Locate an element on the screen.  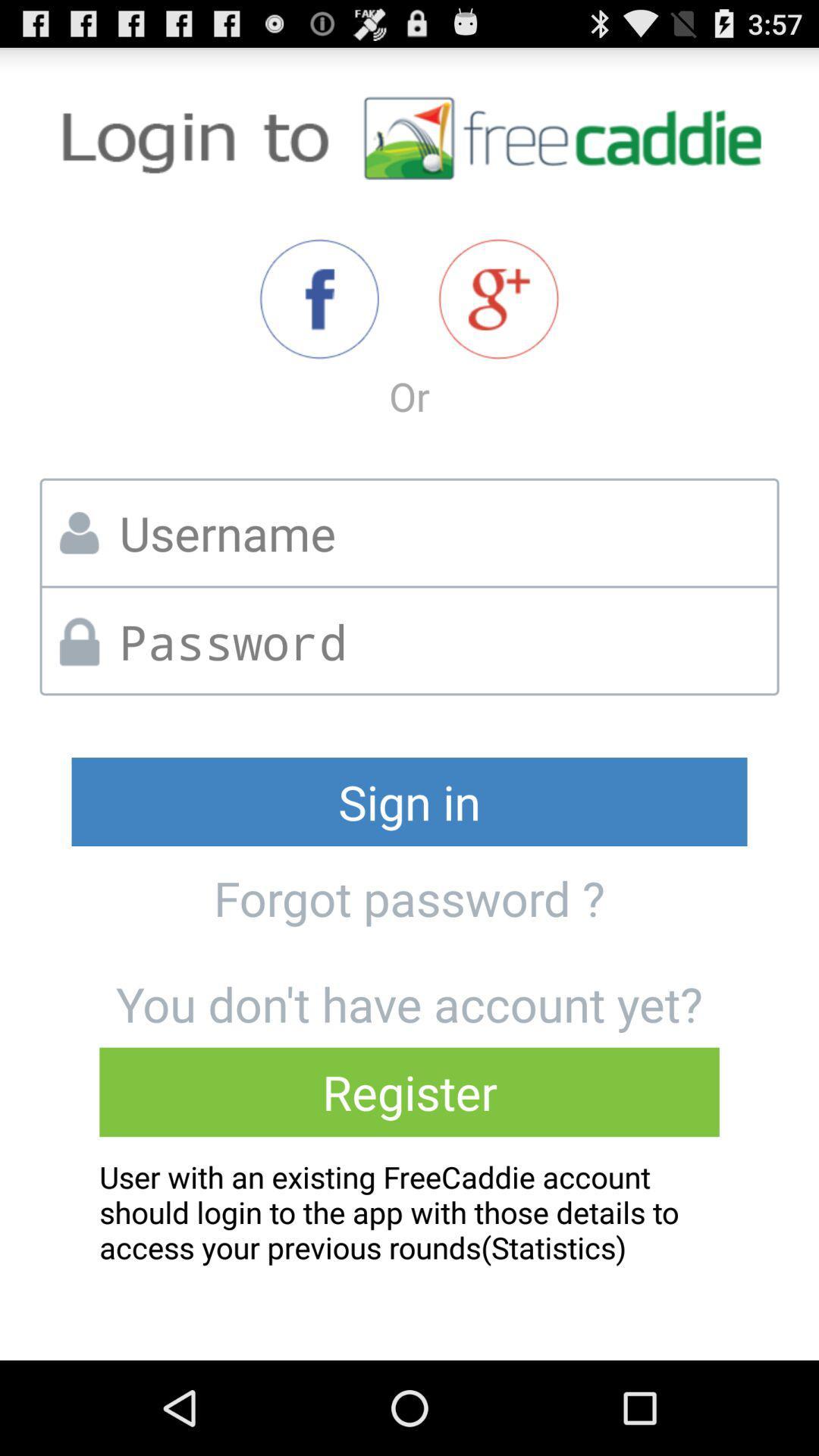
password is located at coordinates (443, 642).